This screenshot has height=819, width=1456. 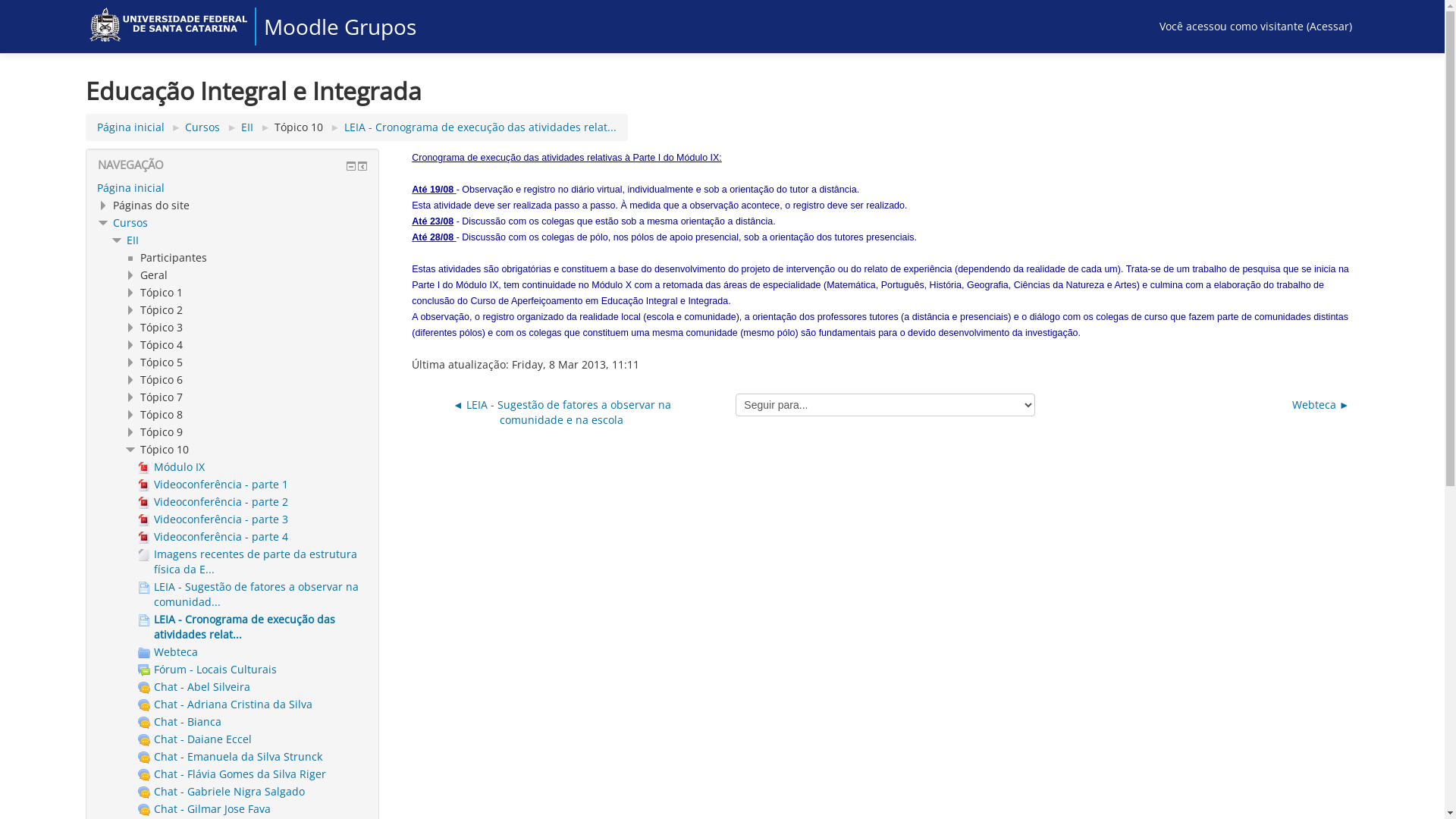 I want to click on 'Chat', so click(x=144, y=704).